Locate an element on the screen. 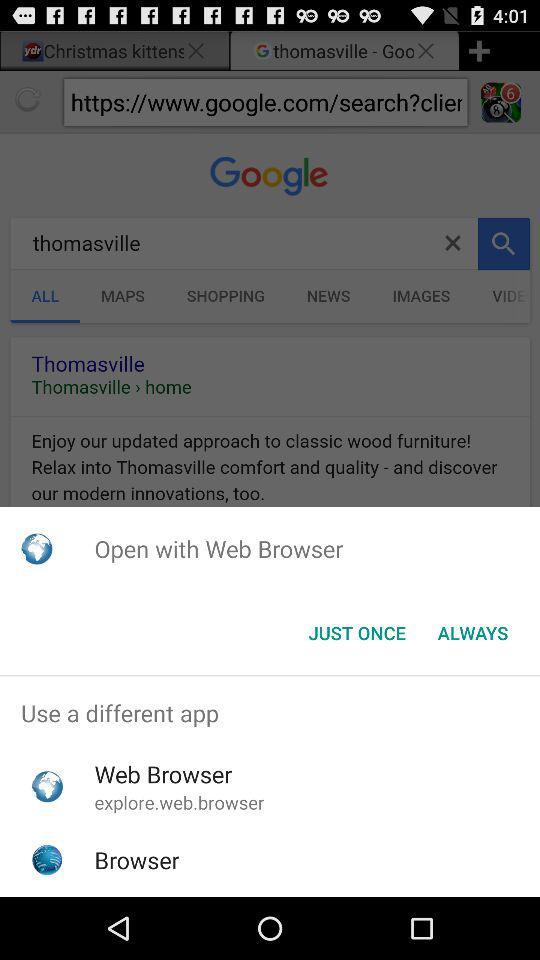  always on the right is located at coordinates (472, 632).